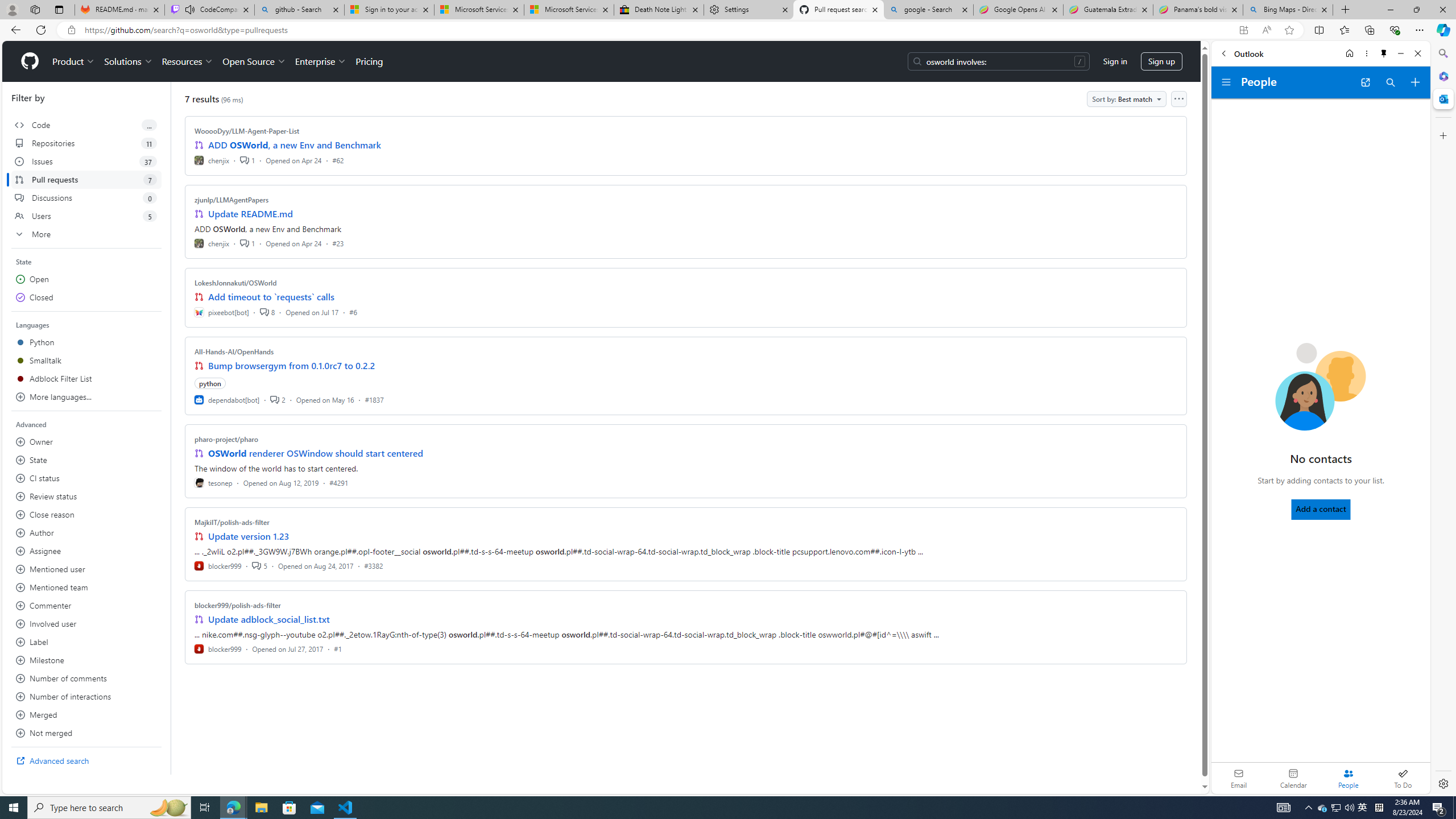 The height and width of the screenshot is (819, 1456). Describe the element at coordinates (1243, 30) in the screenshot. I see `'App available. Install GitHub'` at that location.